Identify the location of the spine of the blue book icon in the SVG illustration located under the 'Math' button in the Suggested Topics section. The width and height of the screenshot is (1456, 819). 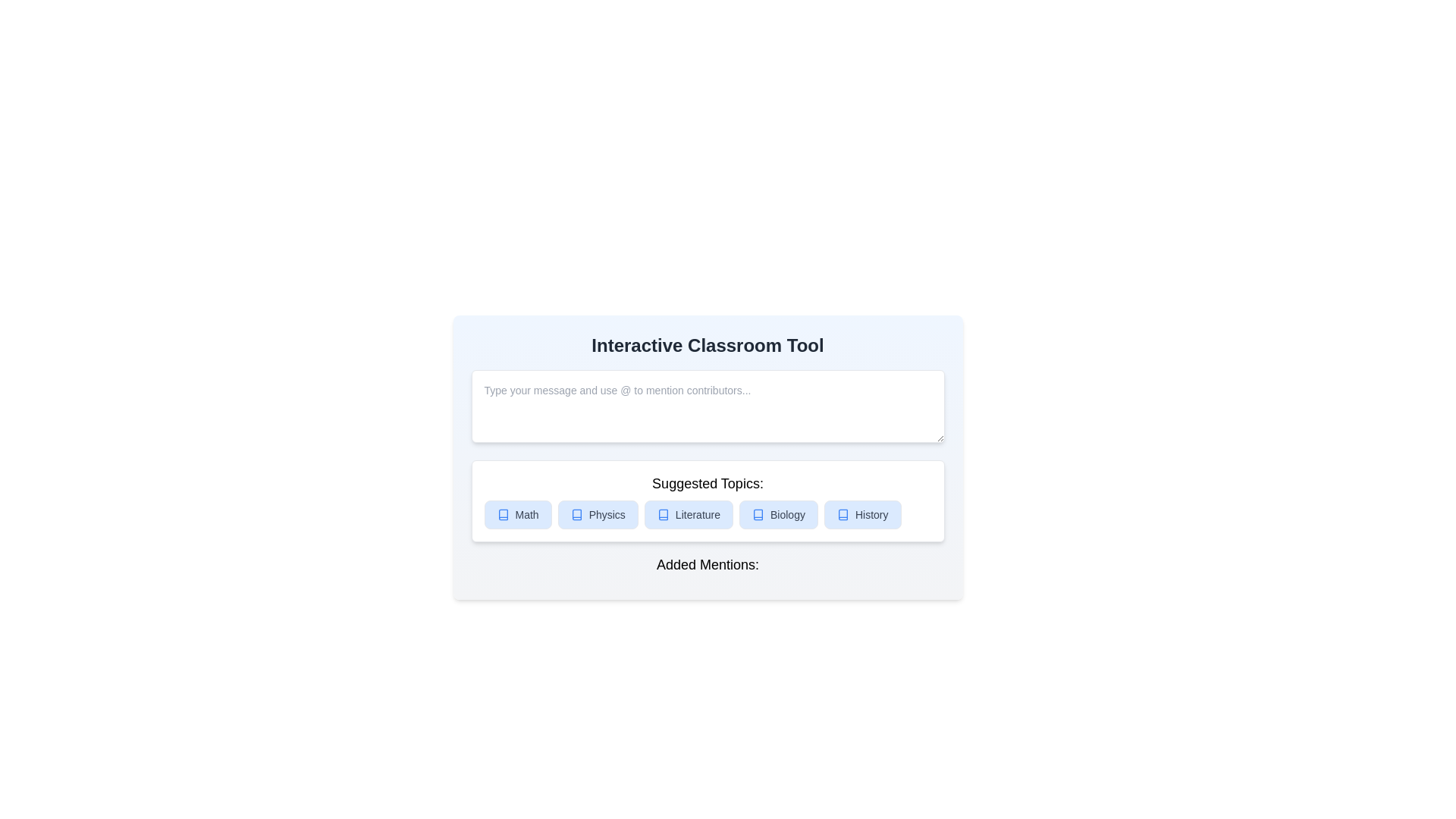
(503, 513).